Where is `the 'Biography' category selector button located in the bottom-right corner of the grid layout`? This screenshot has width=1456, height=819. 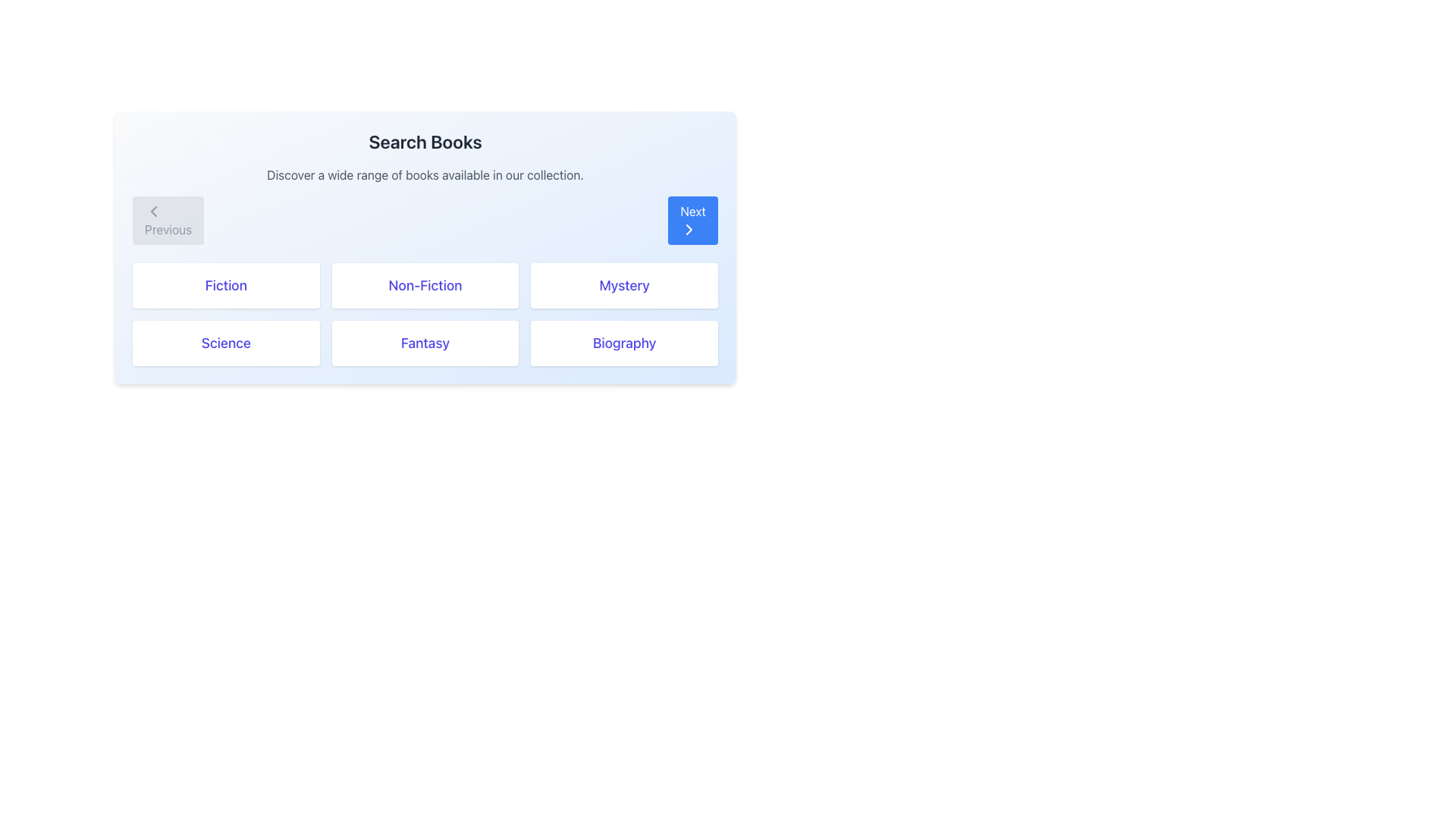
the 'Biography' category selector button located in the bottom-right corner of the grid layout is located at coordinates (624, 343).